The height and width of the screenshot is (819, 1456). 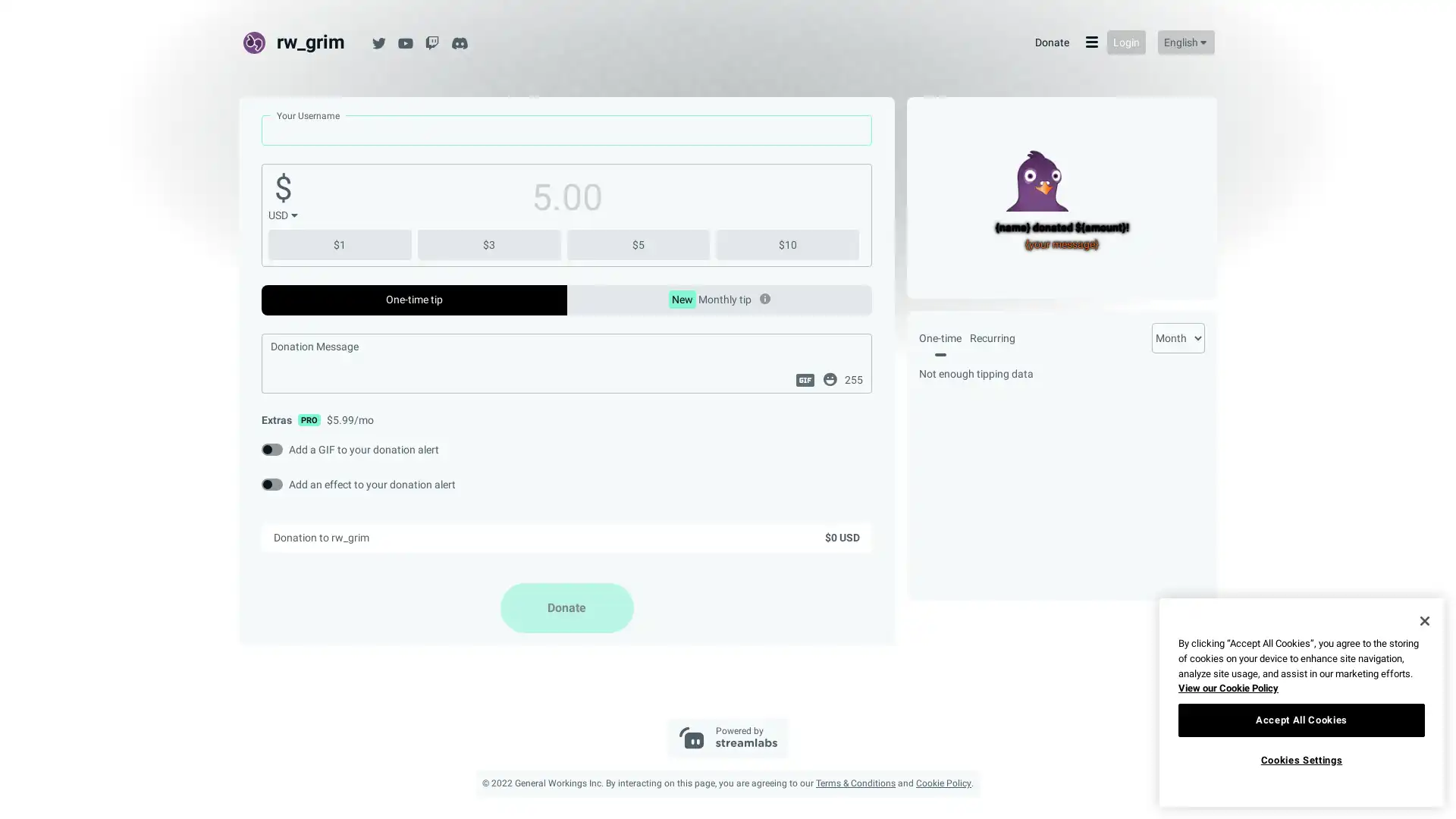 I want to click on Cookies Settings, so click(x=1301, y=760).